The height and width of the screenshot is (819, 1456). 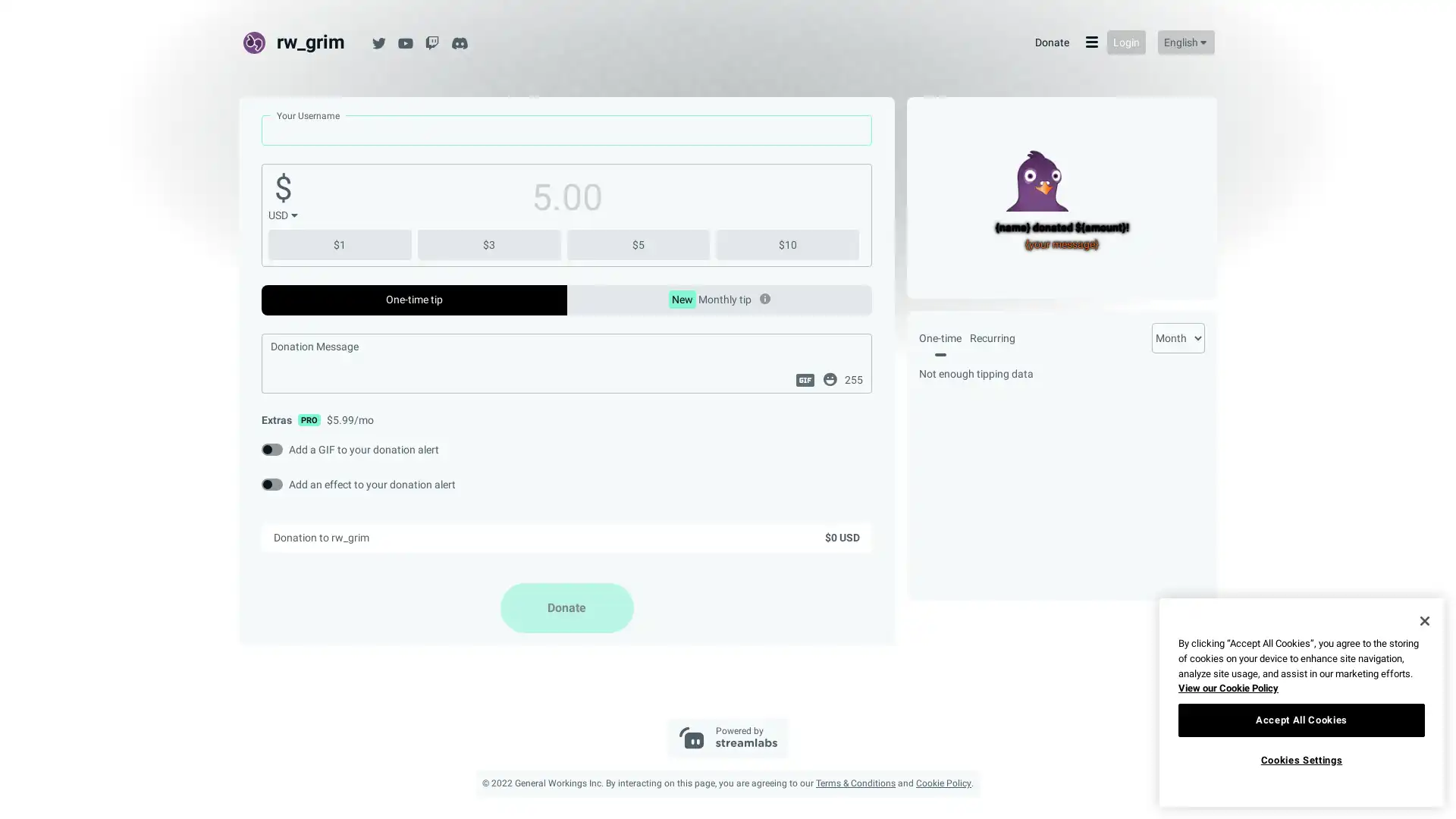 I want to click on Cookies Settings, so click(x=1301, y=760).